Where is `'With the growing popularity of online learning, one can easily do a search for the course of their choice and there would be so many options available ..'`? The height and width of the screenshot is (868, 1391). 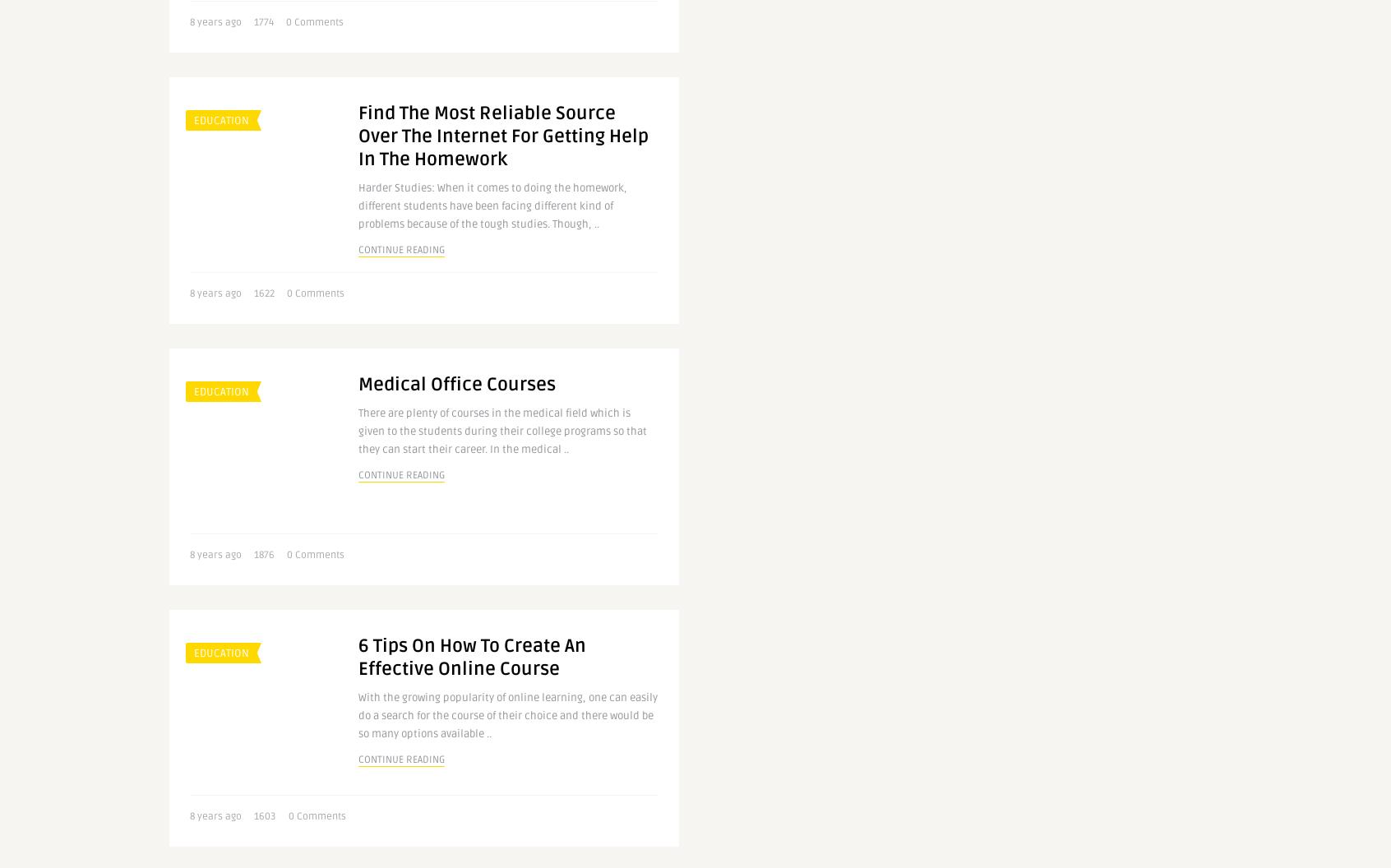
'With the growing popularity of online learning, one can easily do a search for the course of their choice and there would be so many options available ..' is located at coordinates (358, 714).